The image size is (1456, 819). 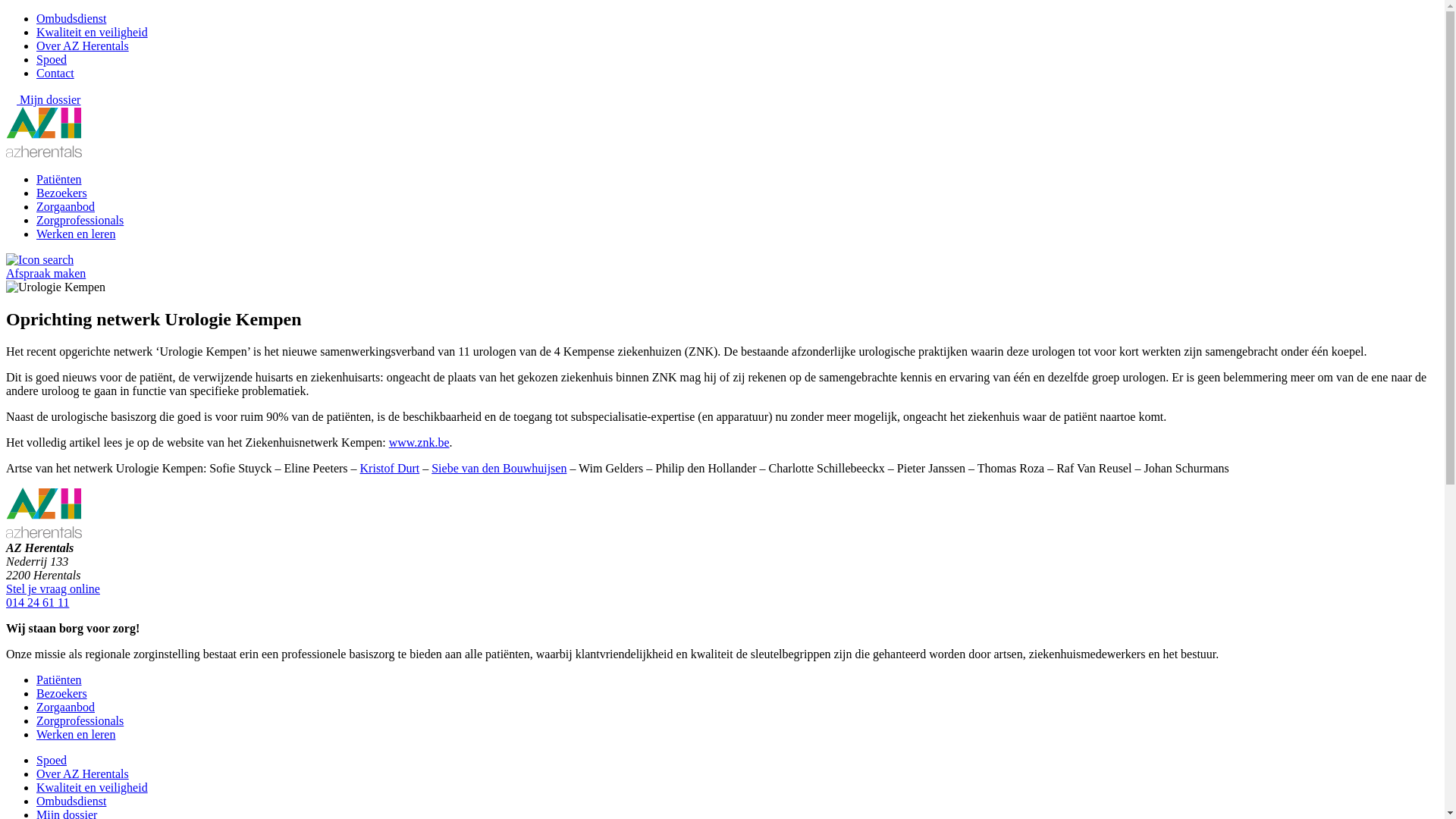 What do you see at coordinates (71, 800) in the screenshot?
I see `'Ombudsdienst'` at bounding box center [71, 800].